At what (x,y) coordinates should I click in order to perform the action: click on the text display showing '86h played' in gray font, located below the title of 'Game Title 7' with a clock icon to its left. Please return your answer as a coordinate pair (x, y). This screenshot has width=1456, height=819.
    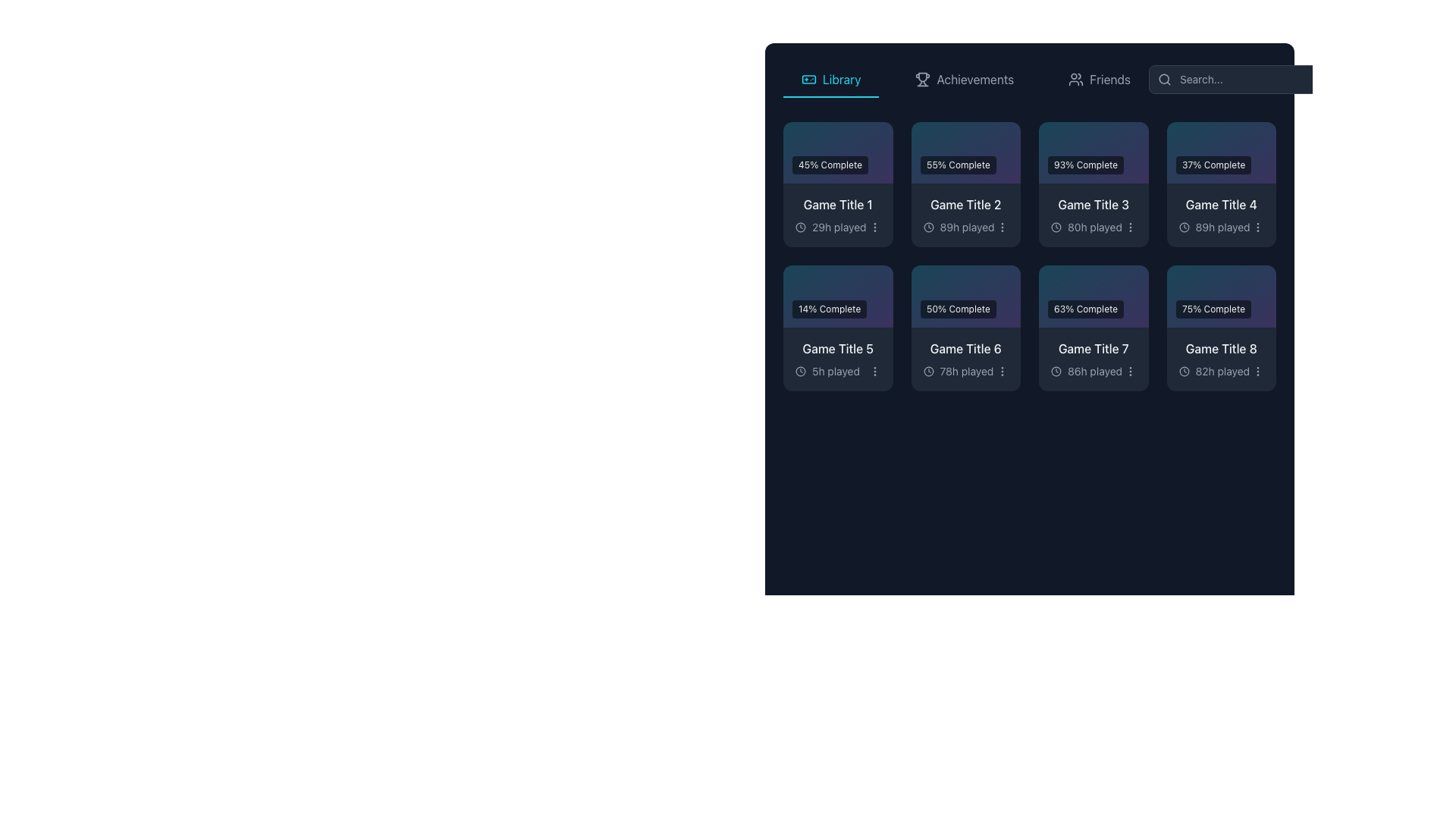
    Looking at the image, I should click on (1095, 371).